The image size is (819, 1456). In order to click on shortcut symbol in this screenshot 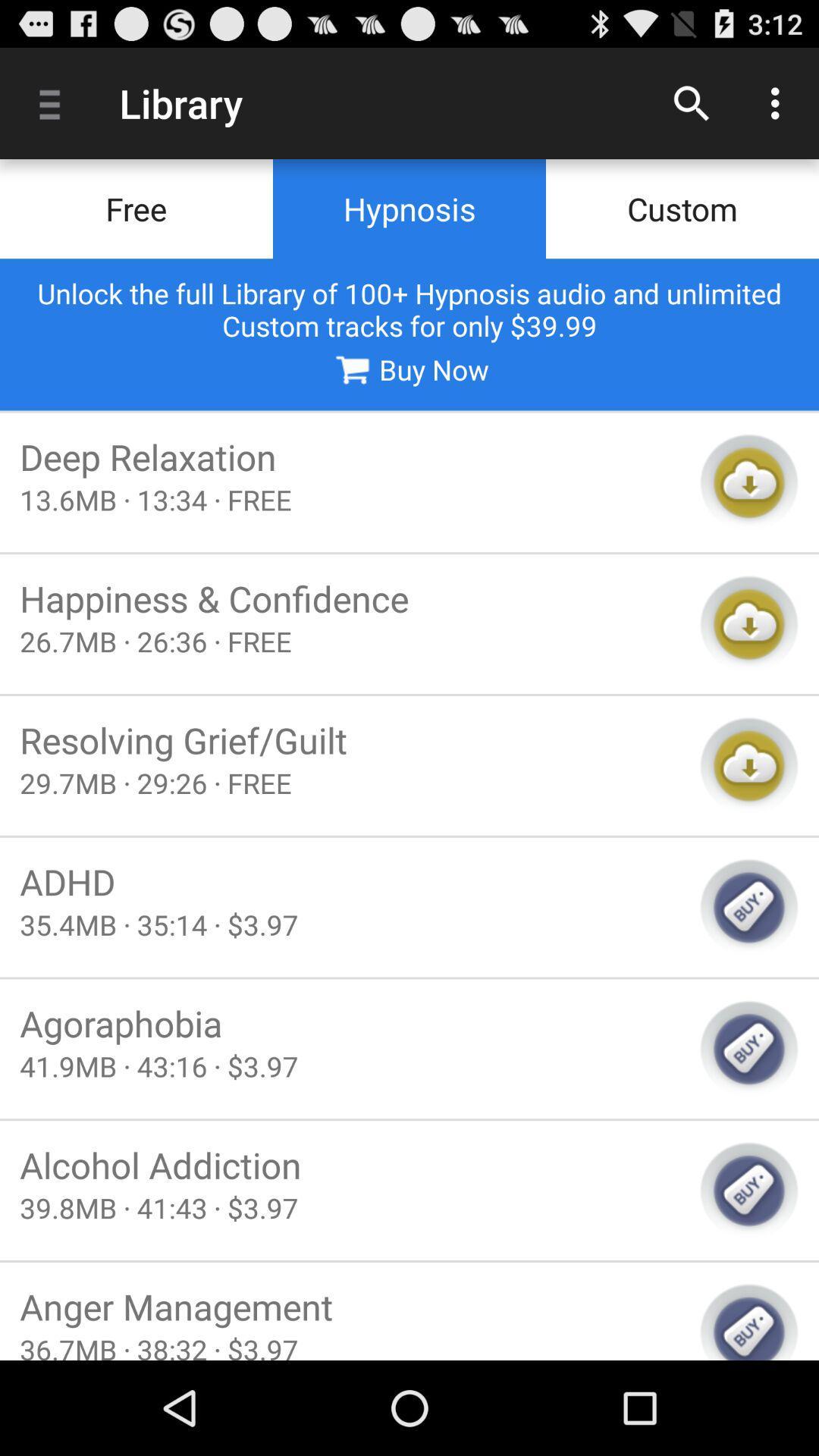, I will do `click(748, 765)`.